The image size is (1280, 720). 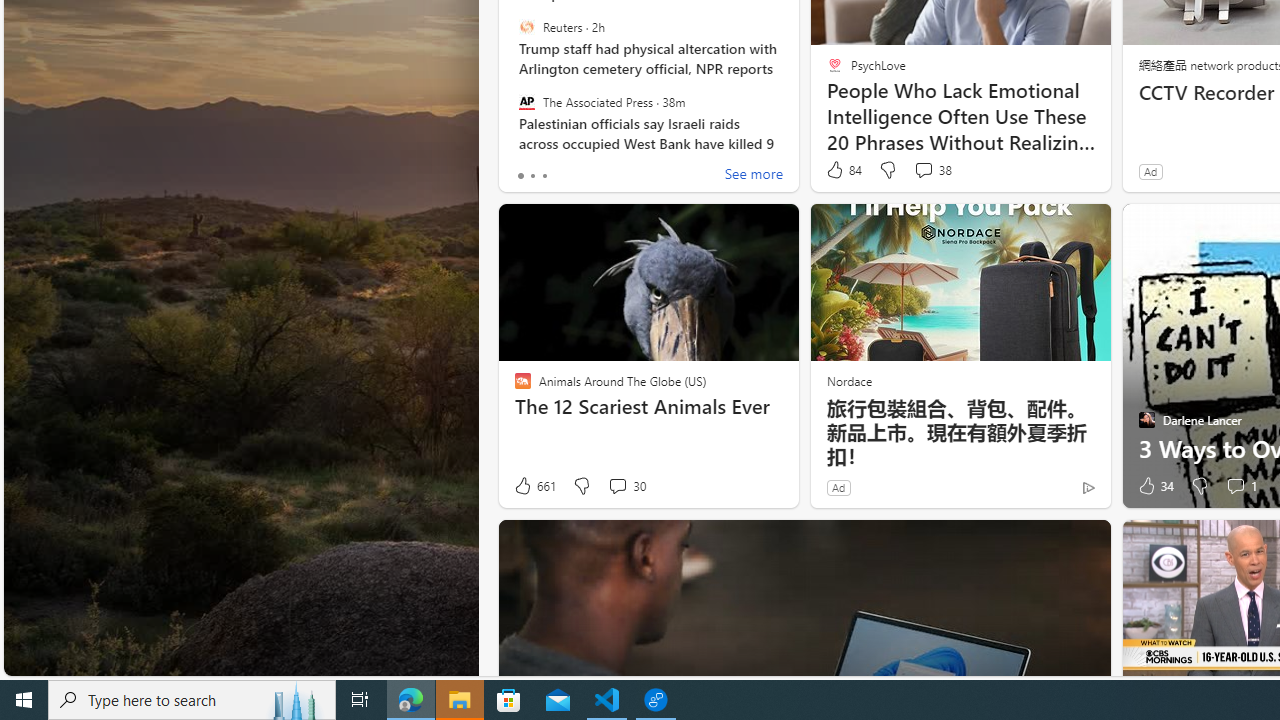 What do you see at coordinates (526, 27) in the screenshot?
I see `'Reuters'` at bounding box center [526, 27].